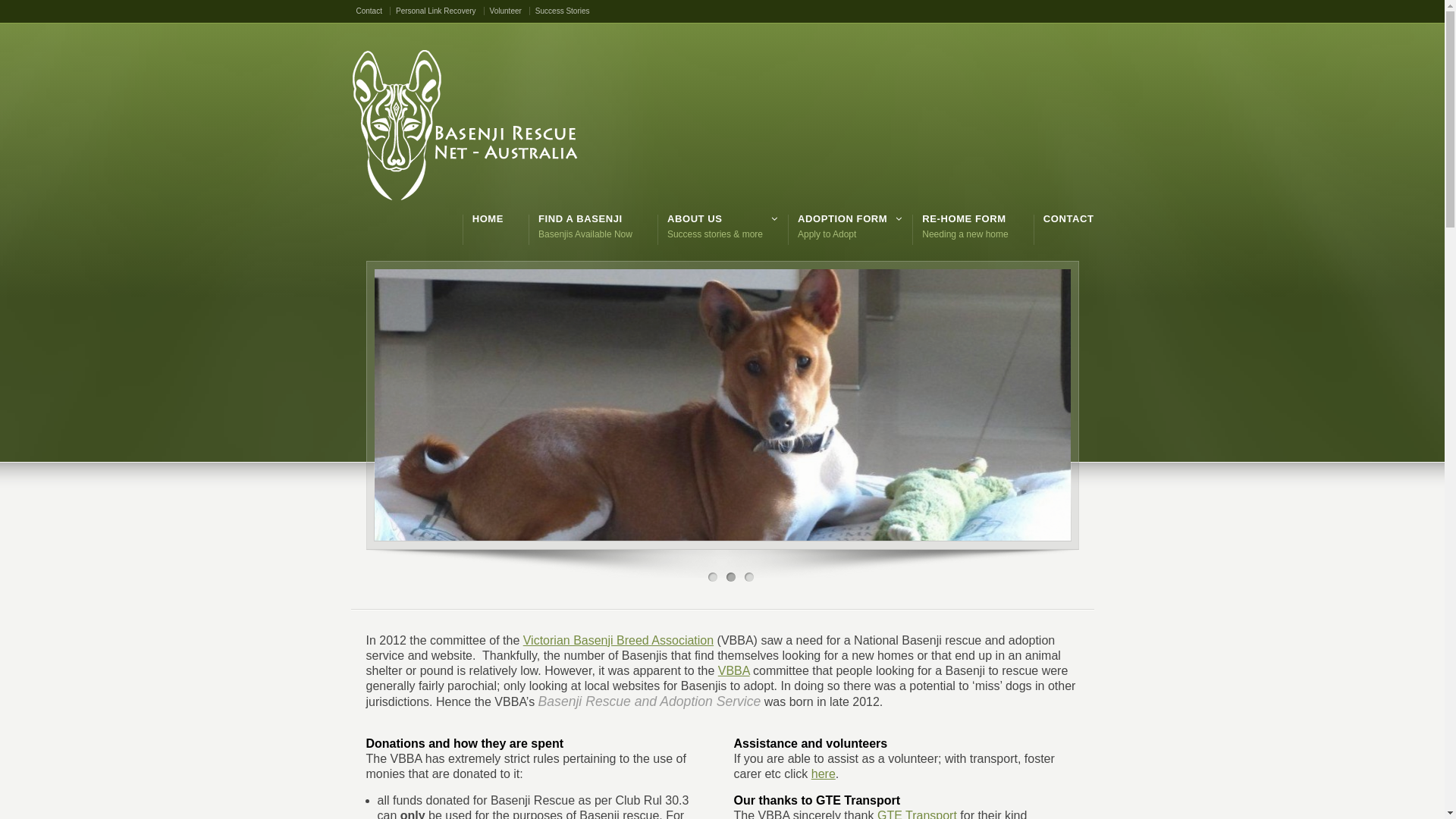  What do you see at coordinates (562, 11) in the screenshot?
I see `'Success Stories'` at bounding box center [562, 11].